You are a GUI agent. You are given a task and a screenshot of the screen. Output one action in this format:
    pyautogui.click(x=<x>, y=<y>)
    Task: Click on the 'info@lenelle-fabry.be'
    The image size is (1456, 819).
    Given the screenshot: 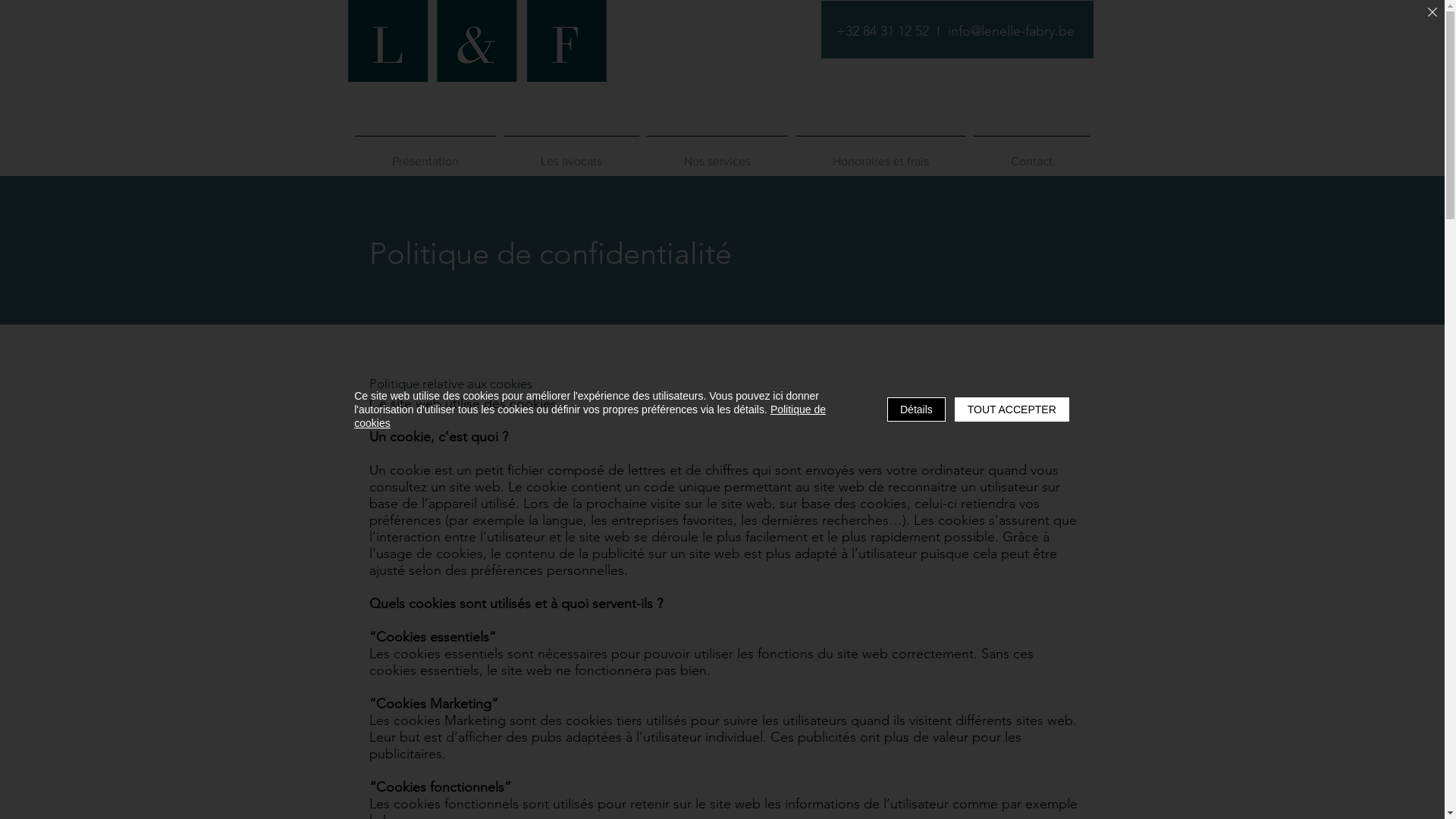 What is the action you would take?
    pyautogui.click(x=1011, y=31)
    